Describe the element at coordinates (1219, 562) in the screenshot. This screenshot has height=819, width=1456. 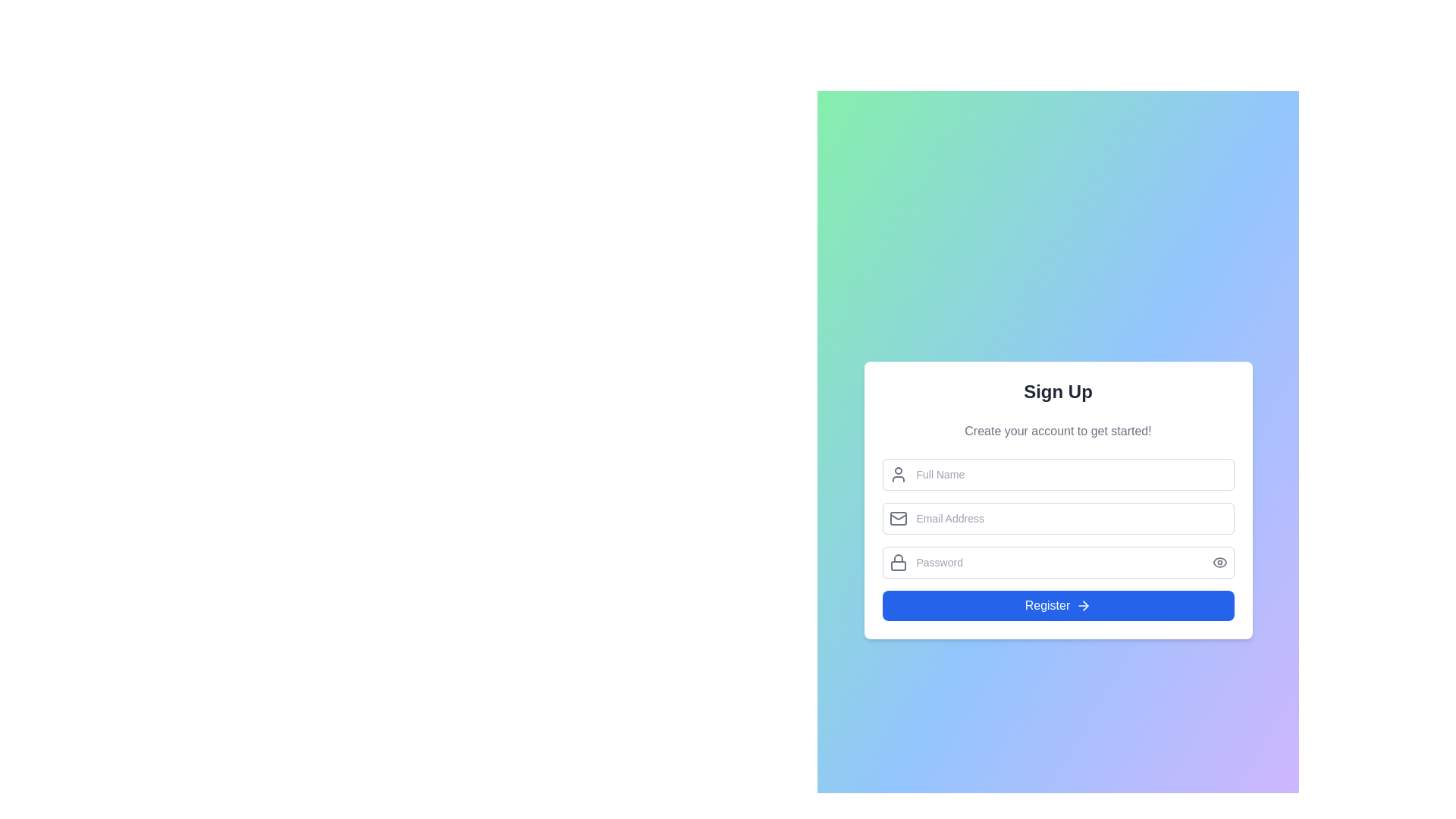
I see `the button located to the right of the password input field` at that location.